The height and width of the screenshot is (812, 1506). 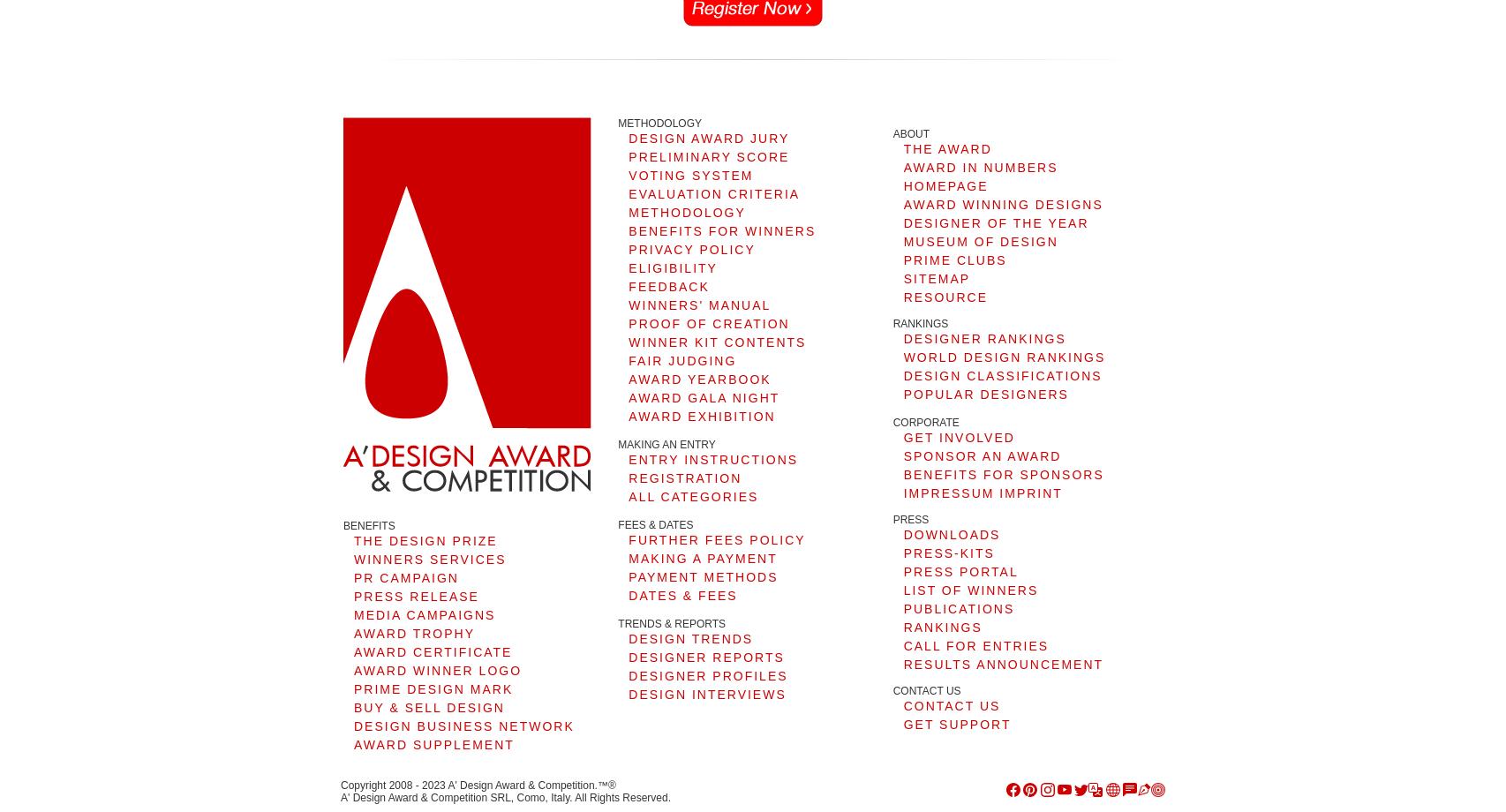 I want to click on 'ALL CATEGORIES', so click(x=692, y=496).